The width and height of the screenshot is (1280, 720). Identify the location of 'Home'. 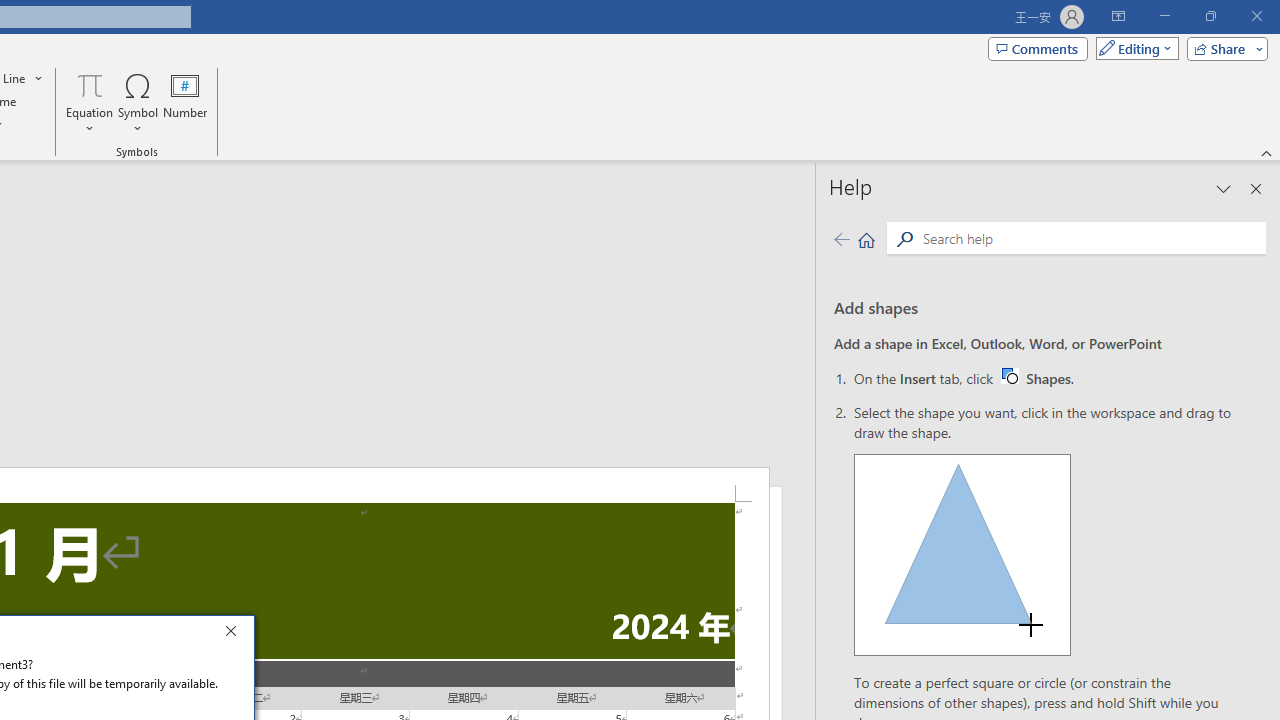
(866, 238).